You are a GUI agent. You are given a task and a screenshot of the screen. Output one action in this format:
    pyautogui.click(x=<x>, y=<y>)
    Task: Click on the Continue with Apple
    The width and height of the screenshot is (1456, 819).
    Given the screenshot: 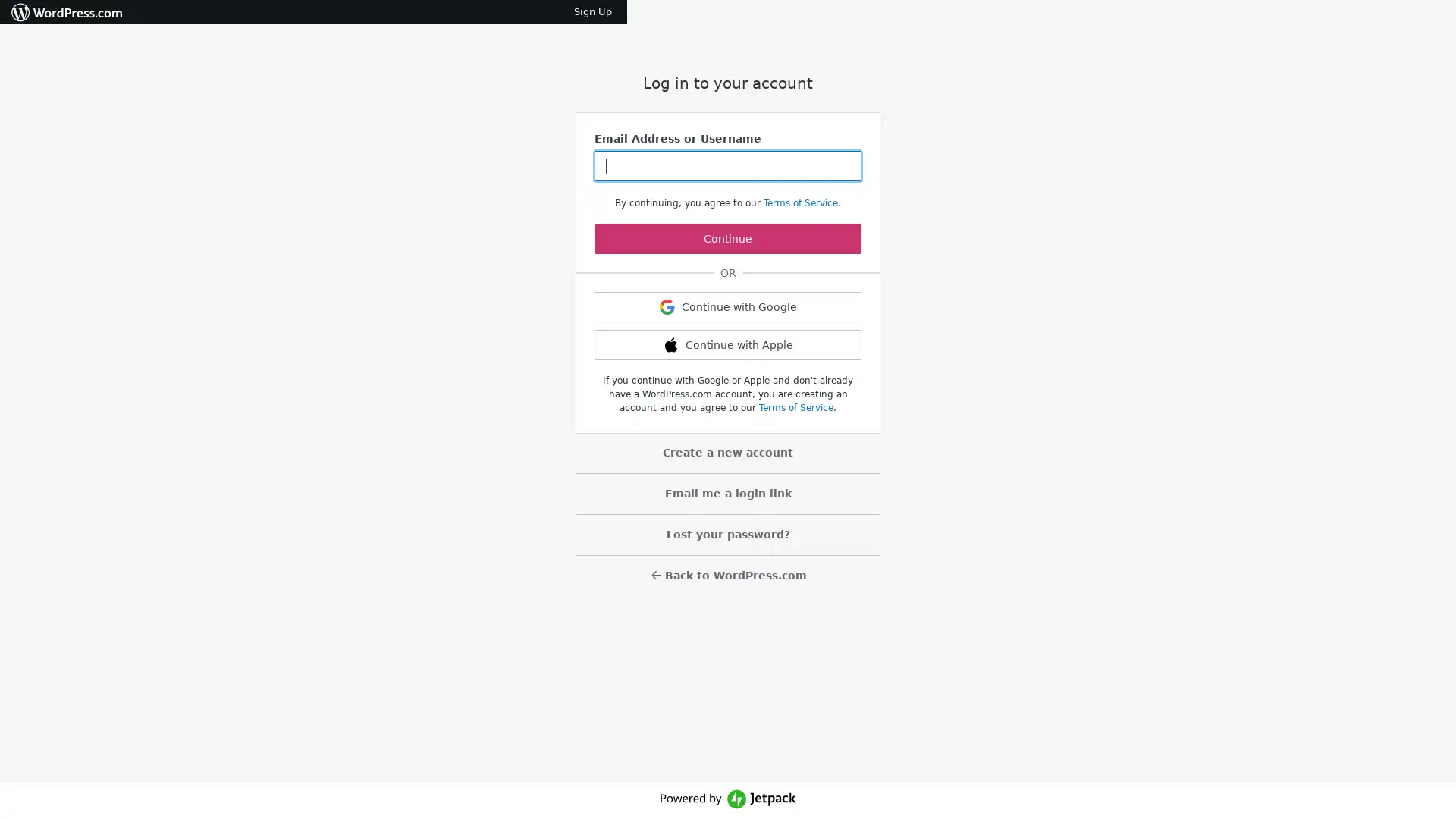 What is the action you would take?
    pyautogui.click(x=728, y=345)
    